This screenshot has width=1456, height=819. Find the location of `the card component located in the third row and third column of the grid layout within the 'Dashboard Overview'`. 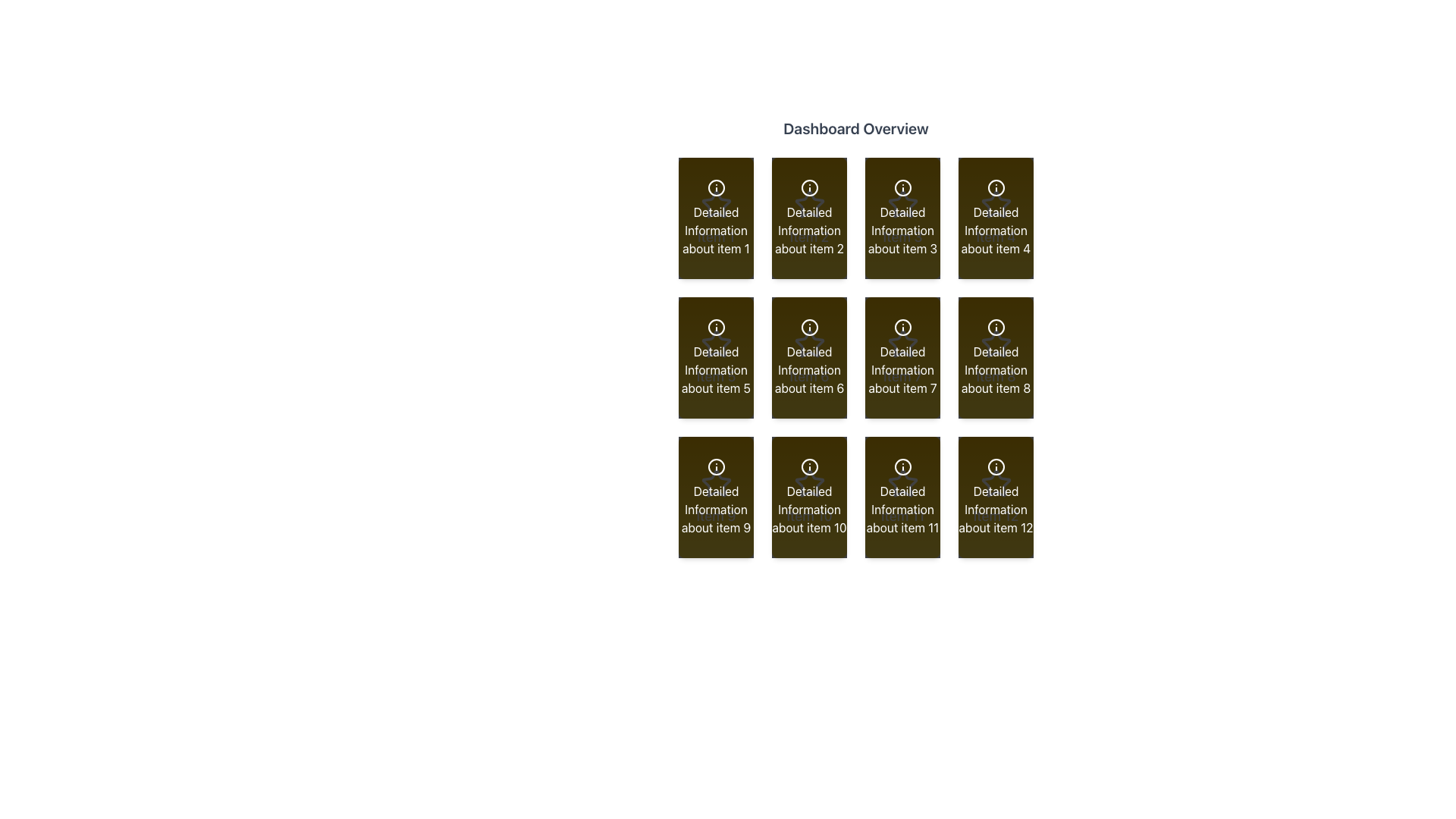

the card component located in the third row and third column of the grid layout within the 'Dashboard Overview' is located at coordinates (855, 357).